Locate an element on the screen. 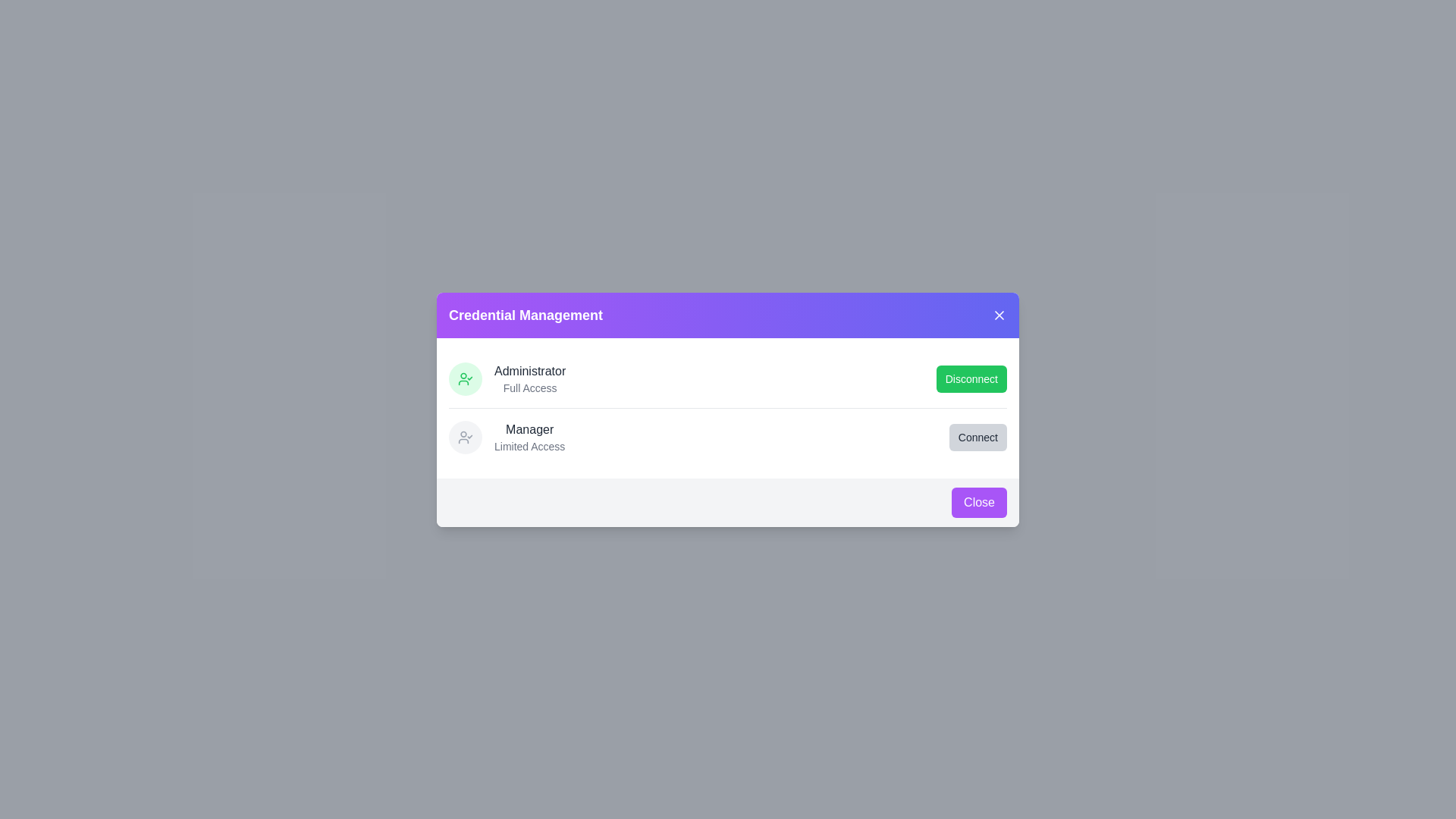 This screenshot has height=819, width=1456. information displayed by the Composite element consisting of a green circular icon with a user-check symbol and the text 'Administrator' with 'Full Access' is located at coordinates (507, 378).